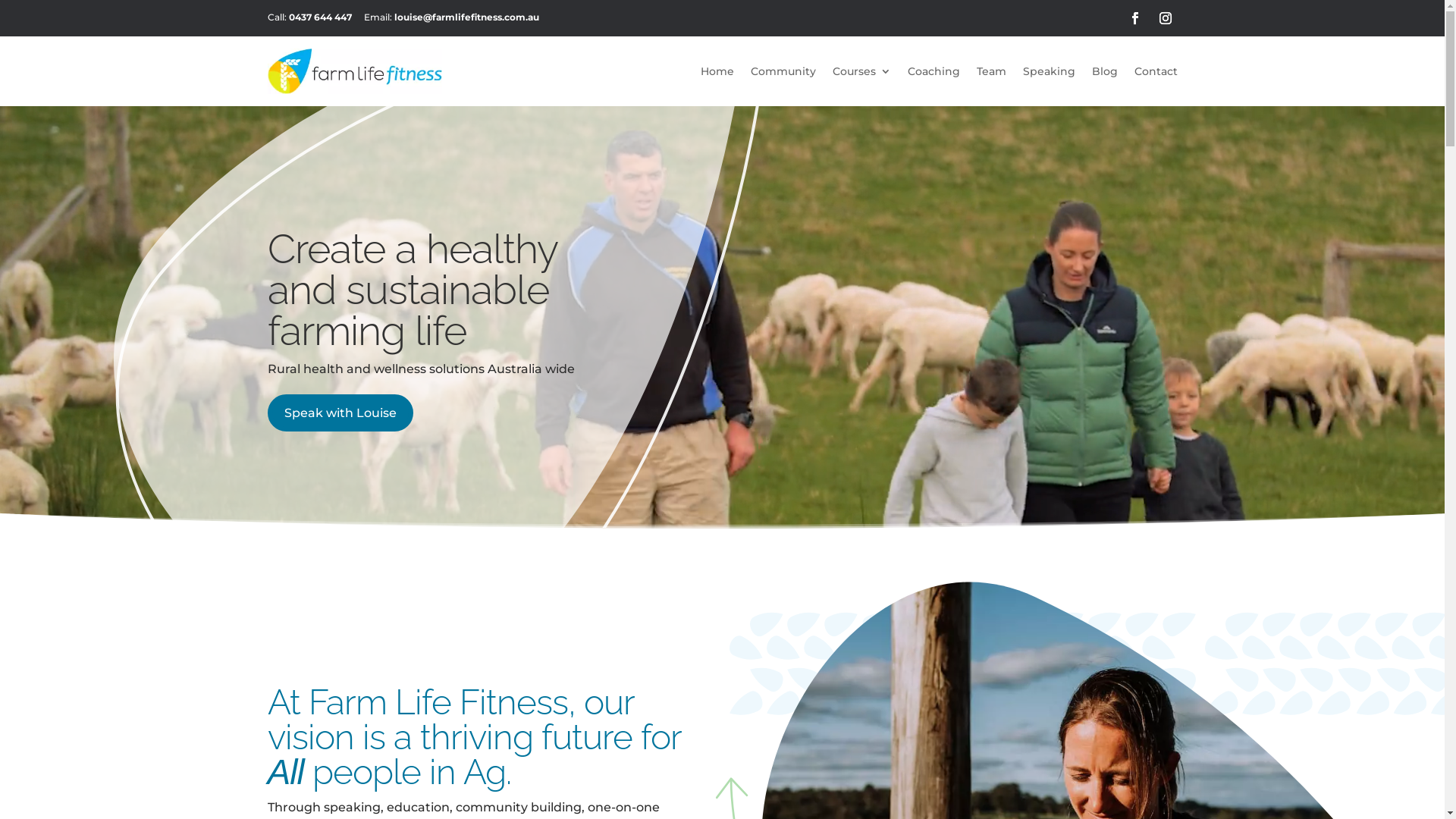 Image resolution: width=1456 pixels, height=819 pixels. Describe the element at coordinates (0, 0) in the screenshot. I see `'Skip to content'` at that location.